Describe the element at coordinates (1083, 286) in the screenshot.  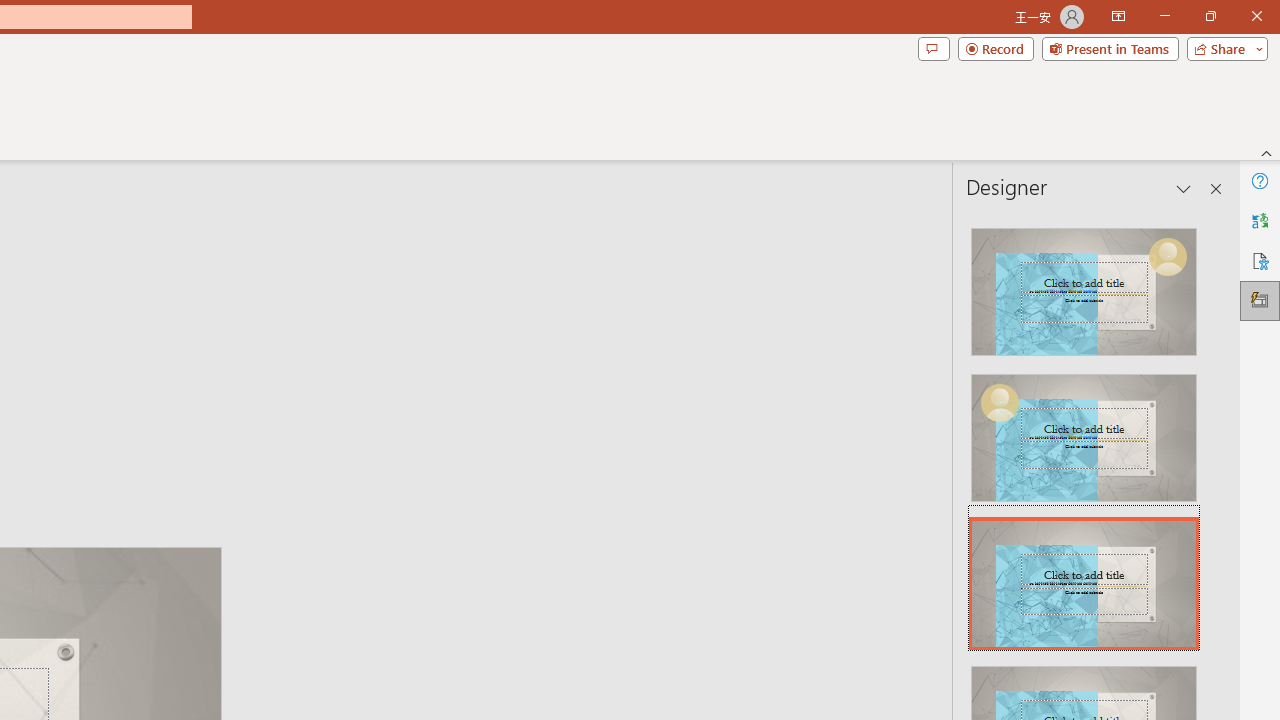
I see `'Recommended Design: Design Idea'` at that location.